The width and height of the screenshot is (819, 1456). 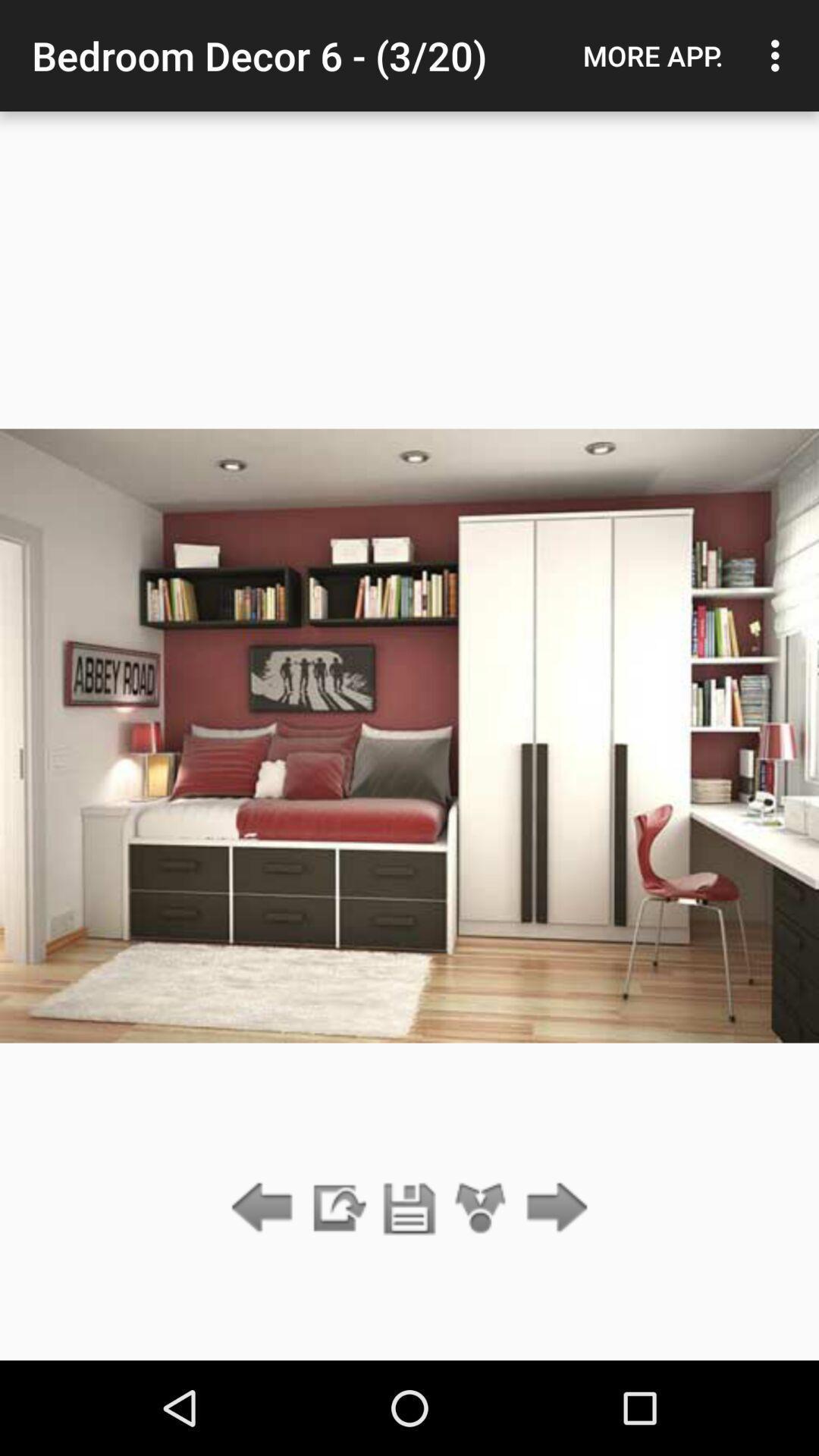 I want to click on the item to the right of the more app. item, so click(x=779, y=55).